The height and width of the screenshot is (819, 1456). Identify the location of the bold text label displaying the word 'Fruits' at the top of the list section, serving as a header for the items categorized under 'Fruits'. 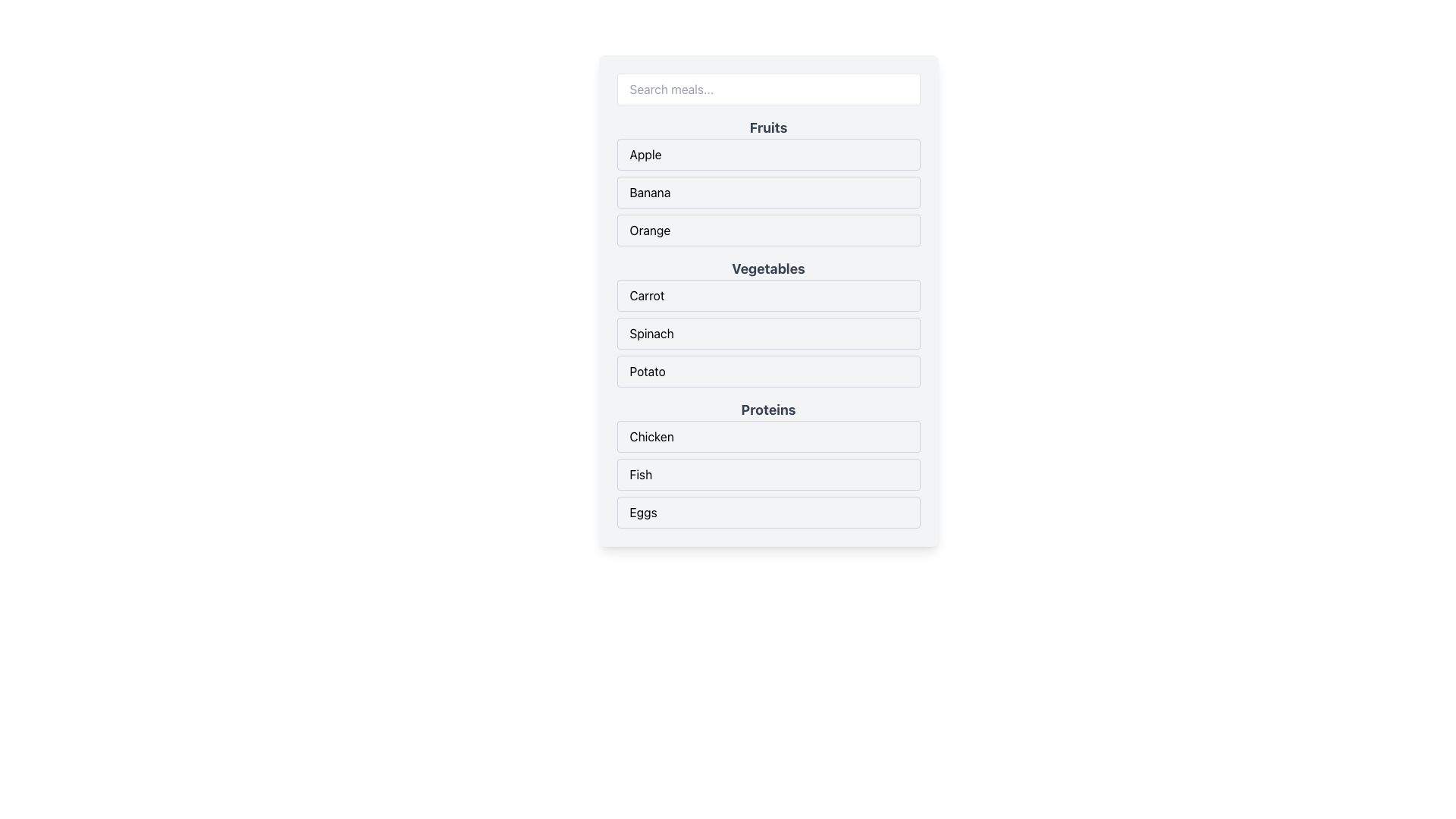
(768, 127).